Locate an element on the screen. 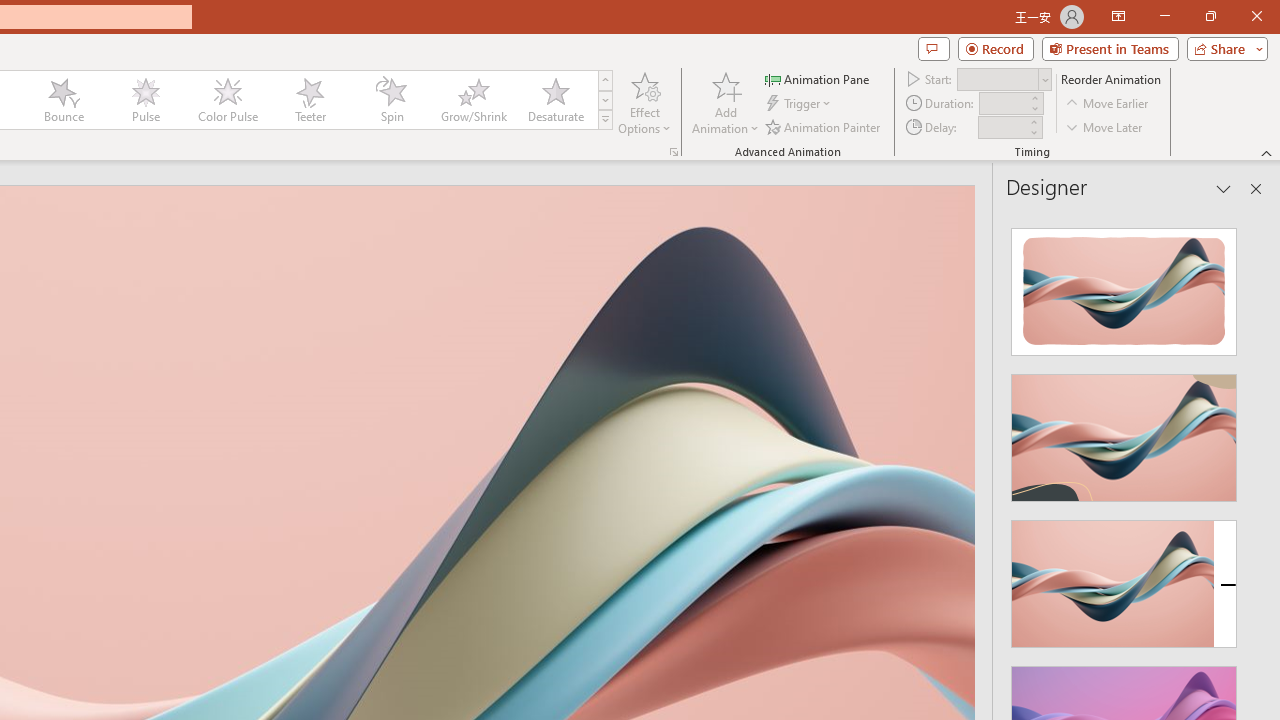 The width and height of the screenshot is (1280, 720). 'Move Later' is located at coordinates (1104, 127).